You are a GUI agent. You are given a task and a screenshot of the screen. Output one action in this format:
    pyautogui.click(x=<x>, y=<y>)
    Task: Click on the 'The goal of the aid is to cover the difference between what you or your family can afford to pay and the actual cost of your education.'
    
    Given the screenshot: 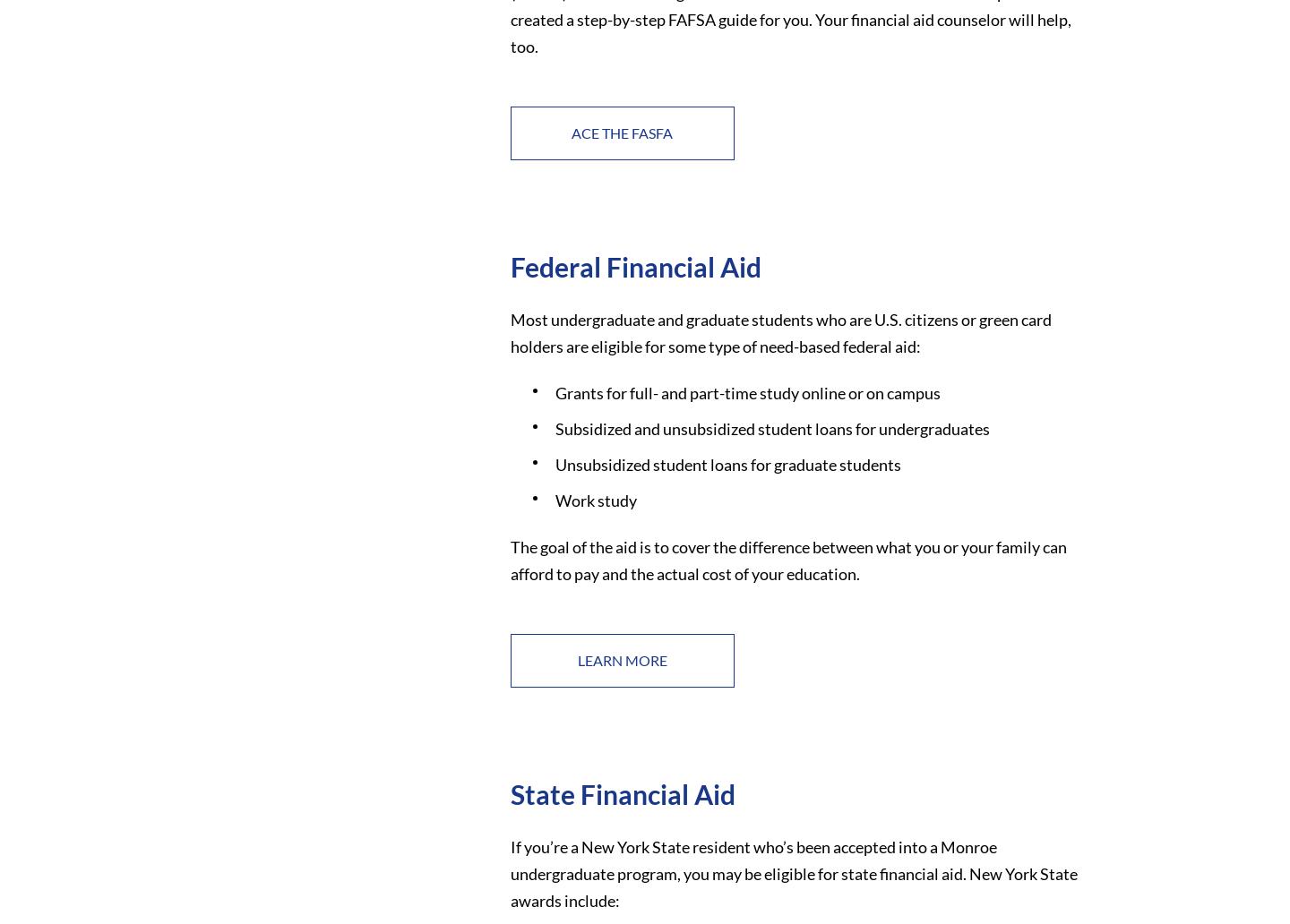 What is the action you would take?
    pyautogui.click(x=787, y=559)
    